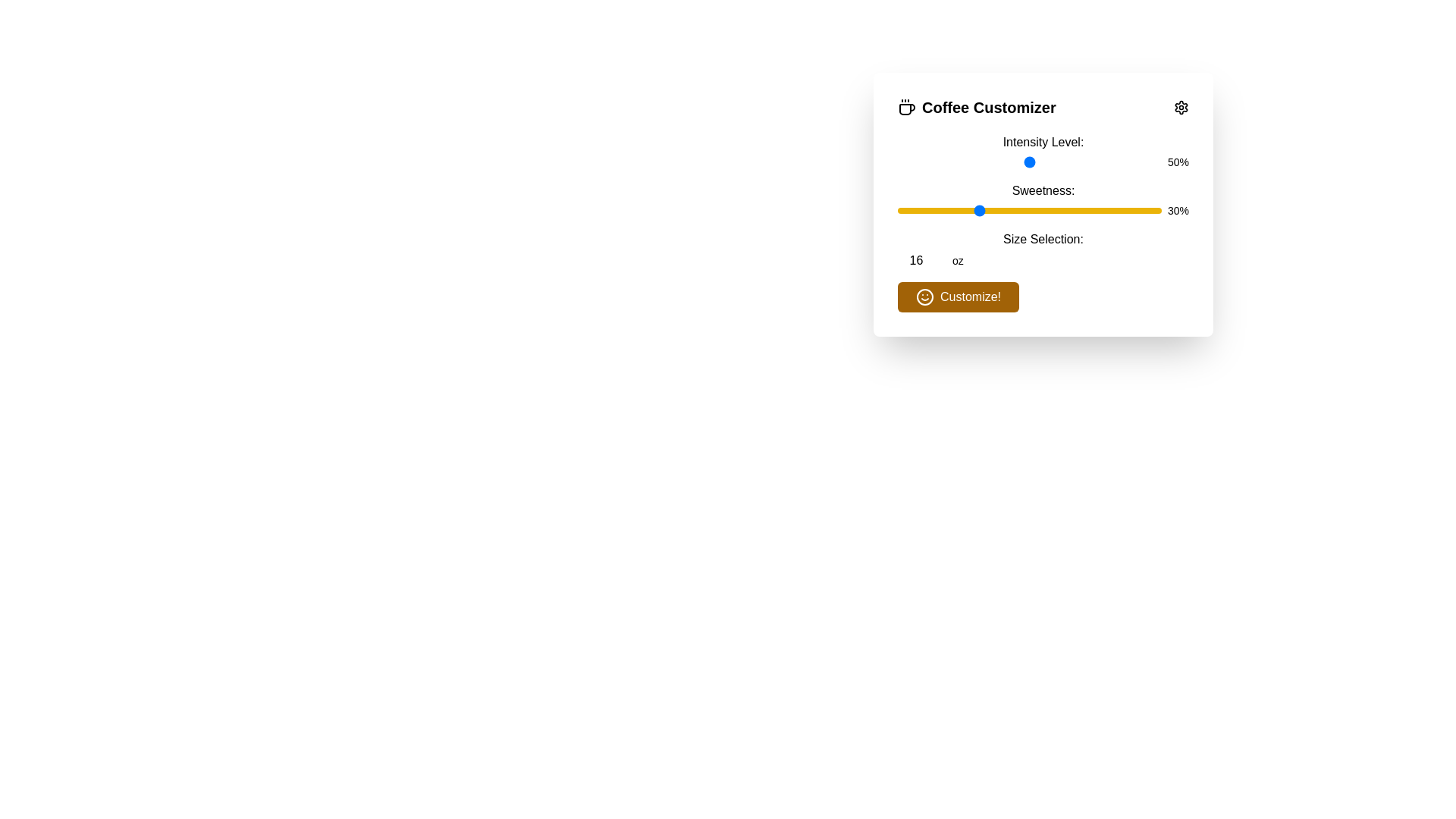 This screenshot has height=819, width=1456. I want to click on the settings icon to open options, so click(1181, 107).